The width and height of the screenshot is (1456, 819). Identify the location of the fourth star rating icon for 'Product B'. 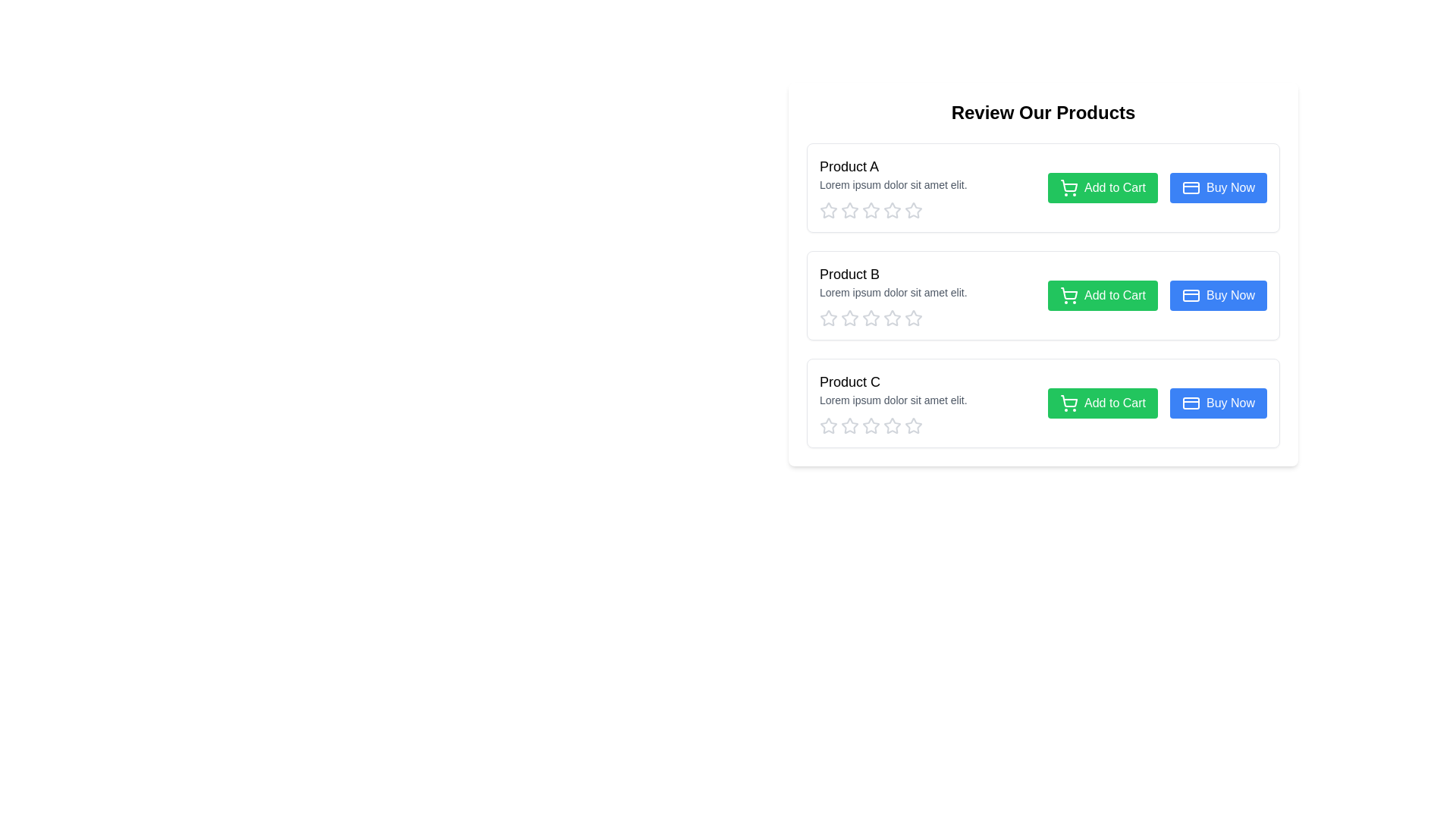
(912, 317).